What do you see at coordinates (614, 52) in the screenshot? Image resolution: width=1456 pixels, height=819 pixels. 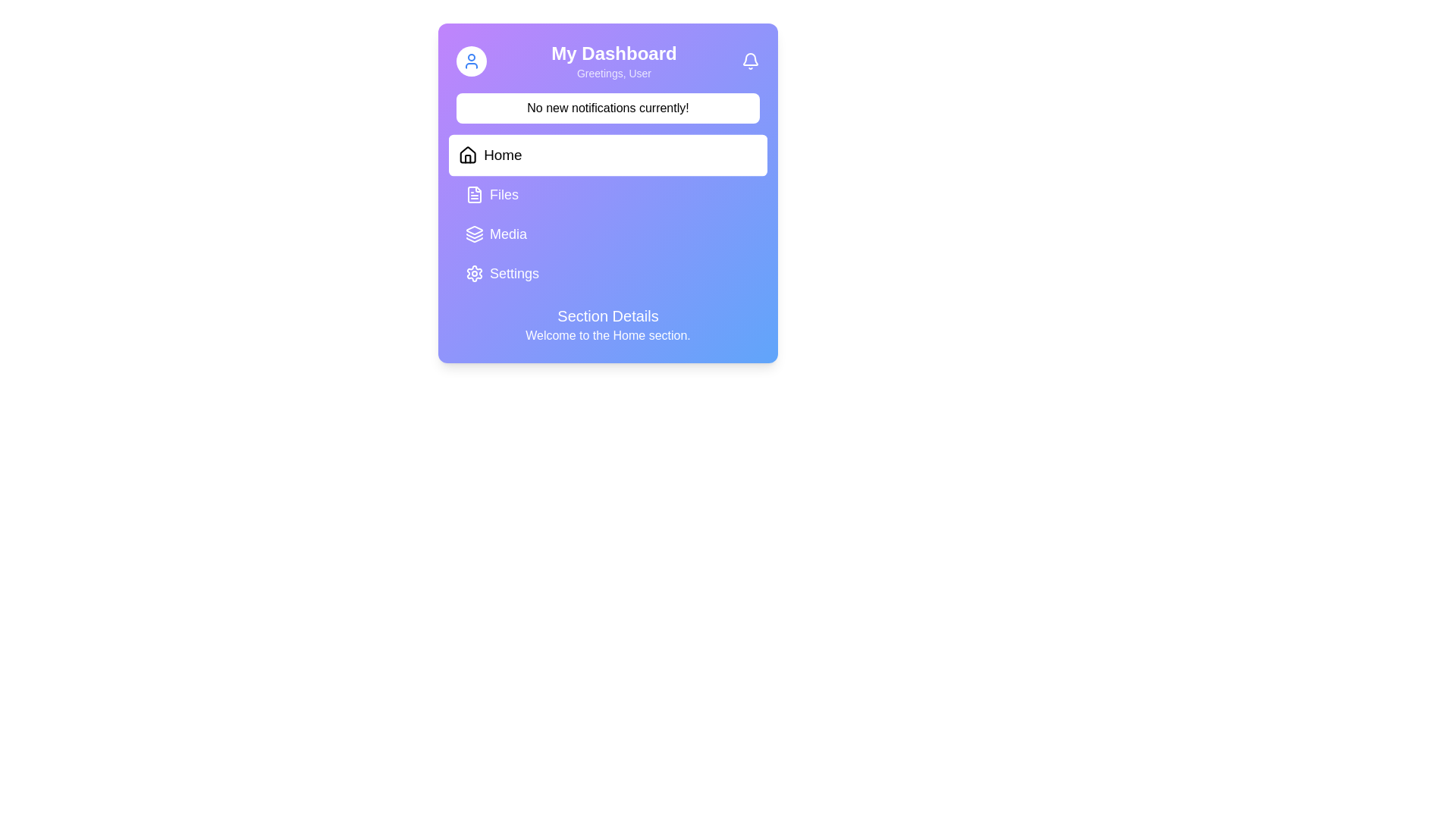 I see `the Text label at the top of the card interface, which serves as a title or heading for the current section` at bounding box center [614, 52].